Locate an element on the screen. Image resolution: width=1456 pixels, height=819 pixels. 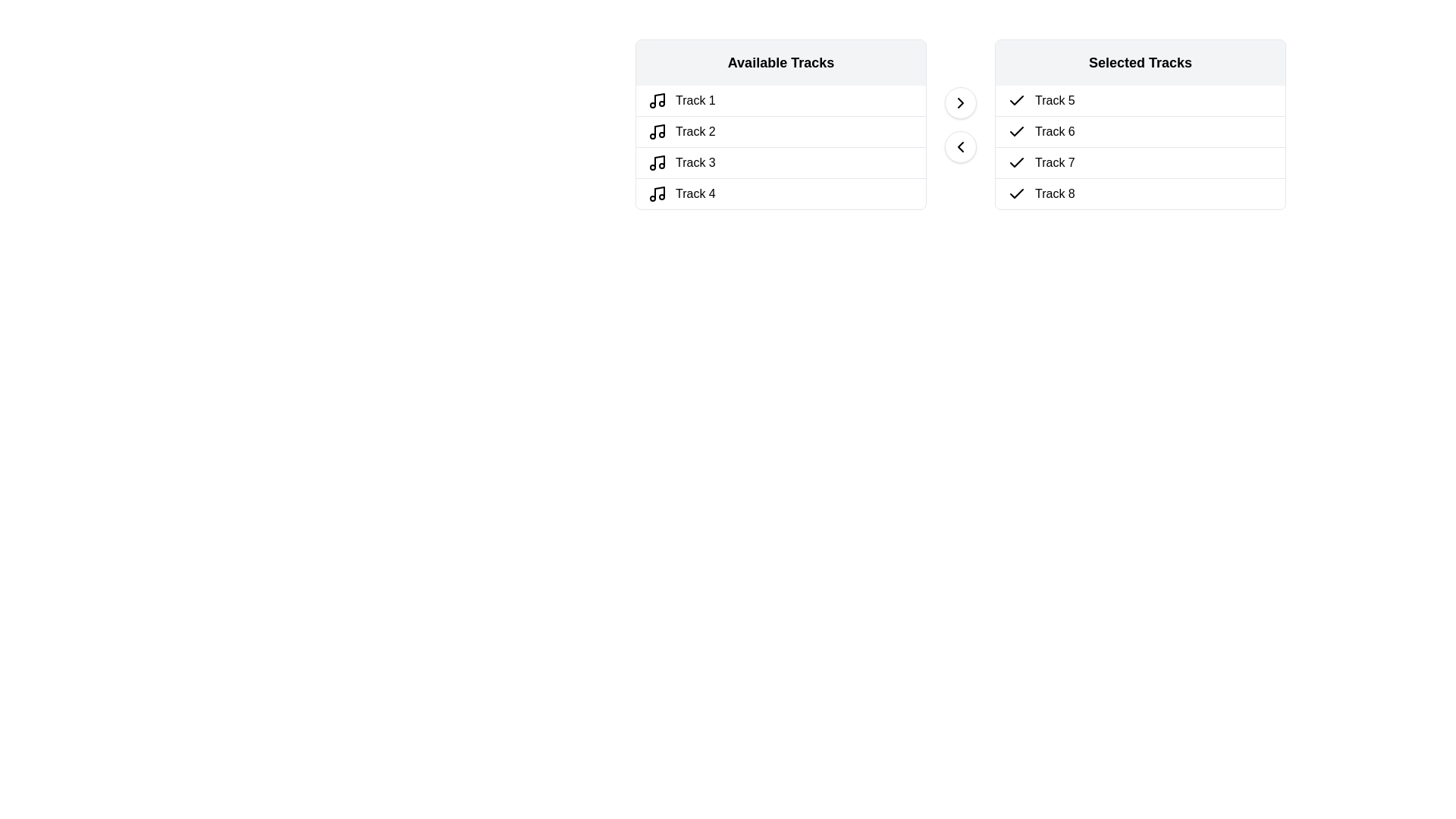
the checkmark icon representing the selection status for 'Track 6' in the 'Selected Tracks' column is located at coordinates (1016, 130).